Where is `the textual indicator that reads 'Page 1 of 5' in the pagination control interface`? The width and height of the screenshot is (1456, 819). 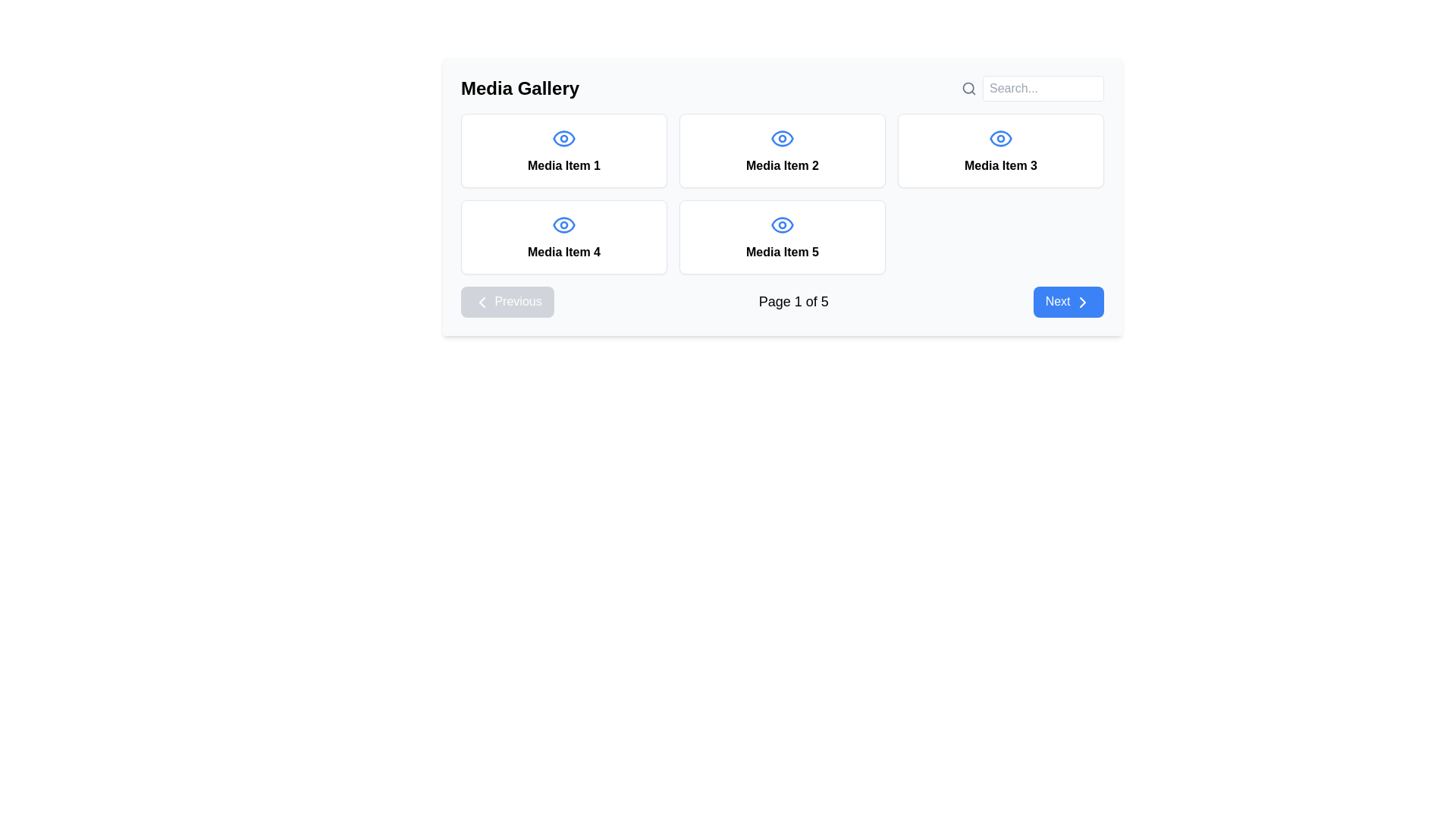
the textual indicator that reads 'Page 1 of 5' in the pagination control interface is located at coordinates (792, 302).